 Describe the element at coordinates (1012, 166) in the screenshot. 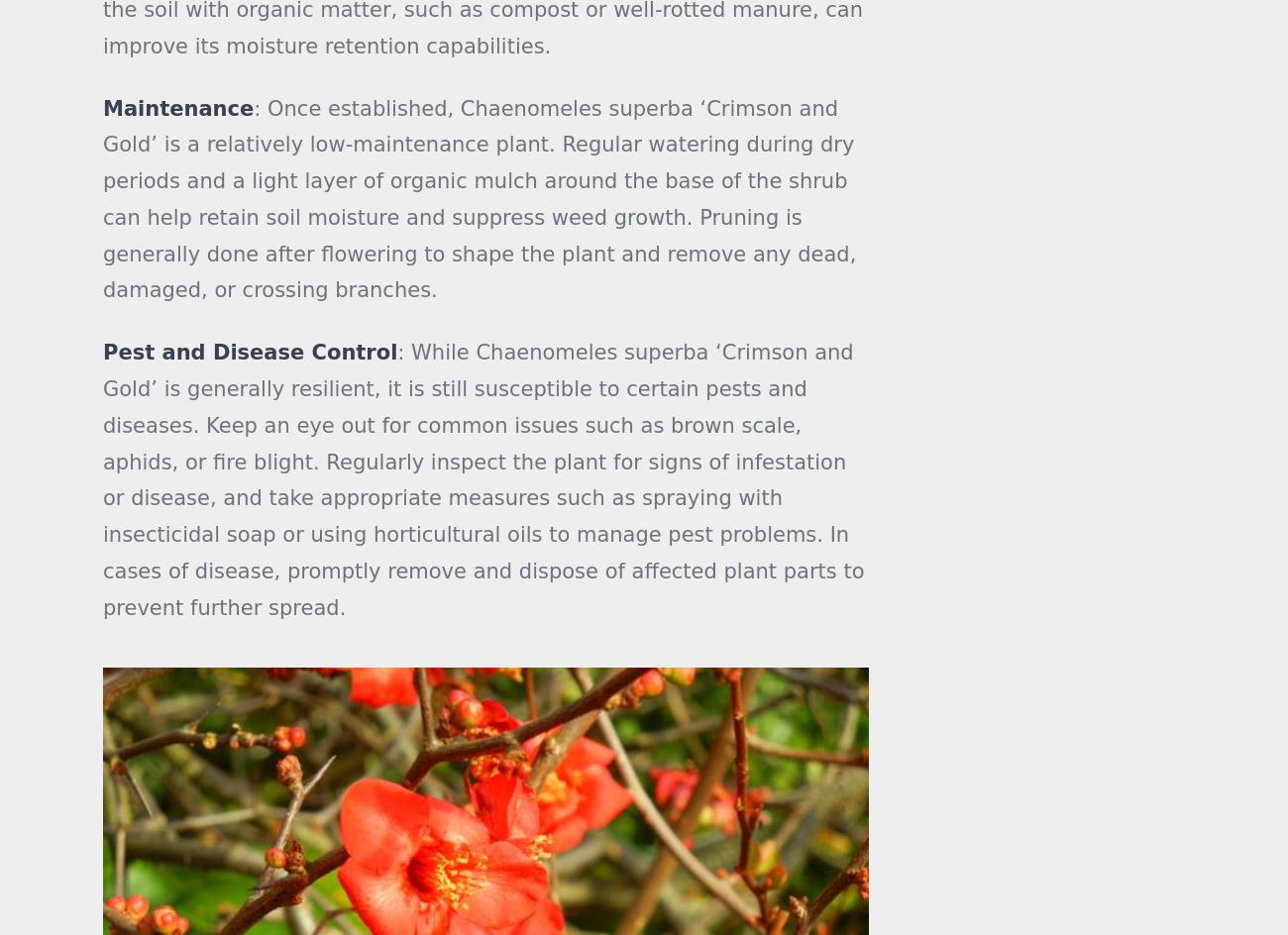

I see `'Well-Drained Soil'` at that location.